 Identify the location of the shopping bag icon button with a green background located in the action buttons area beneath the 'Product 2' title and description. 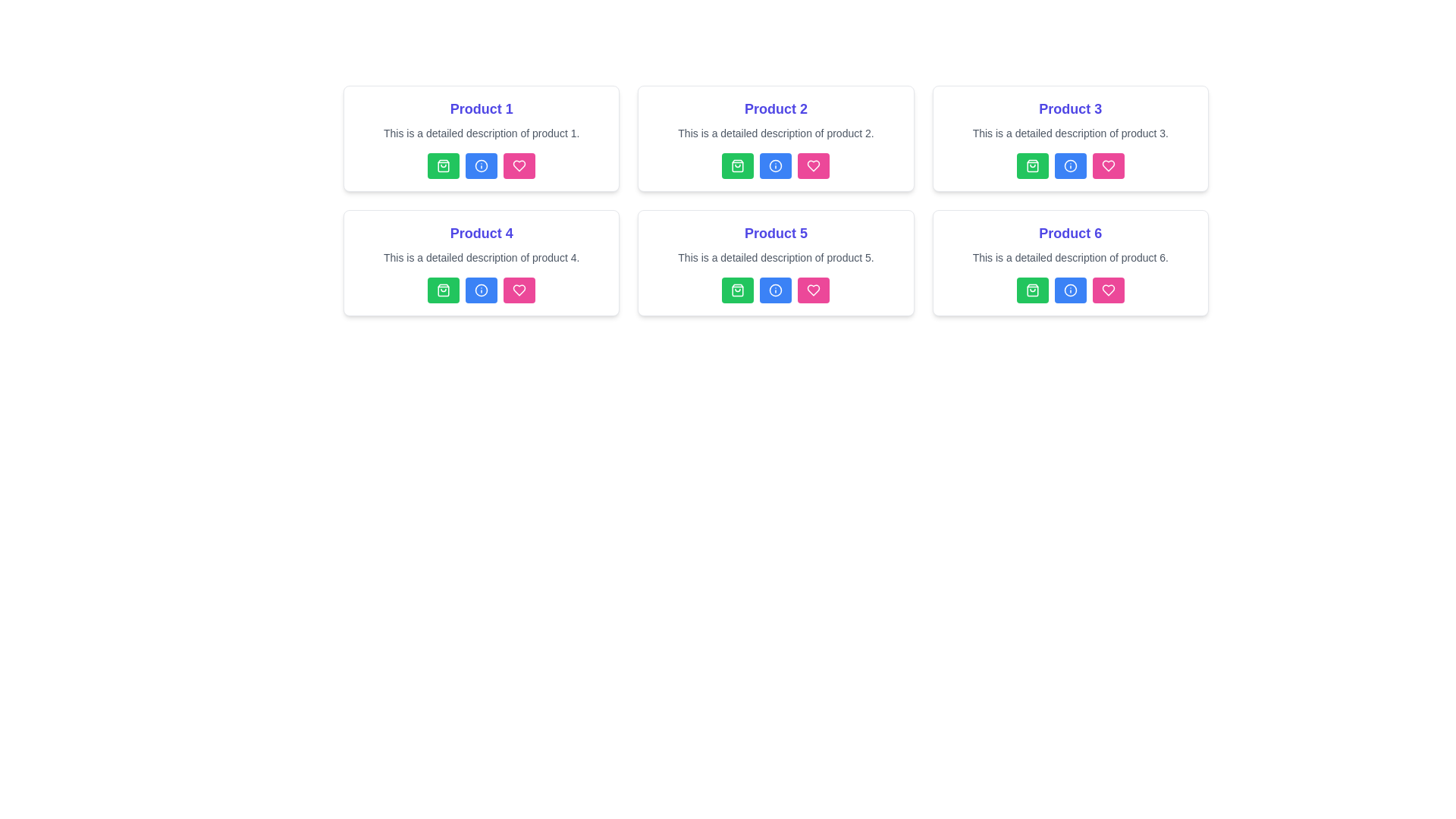
(738, 166).